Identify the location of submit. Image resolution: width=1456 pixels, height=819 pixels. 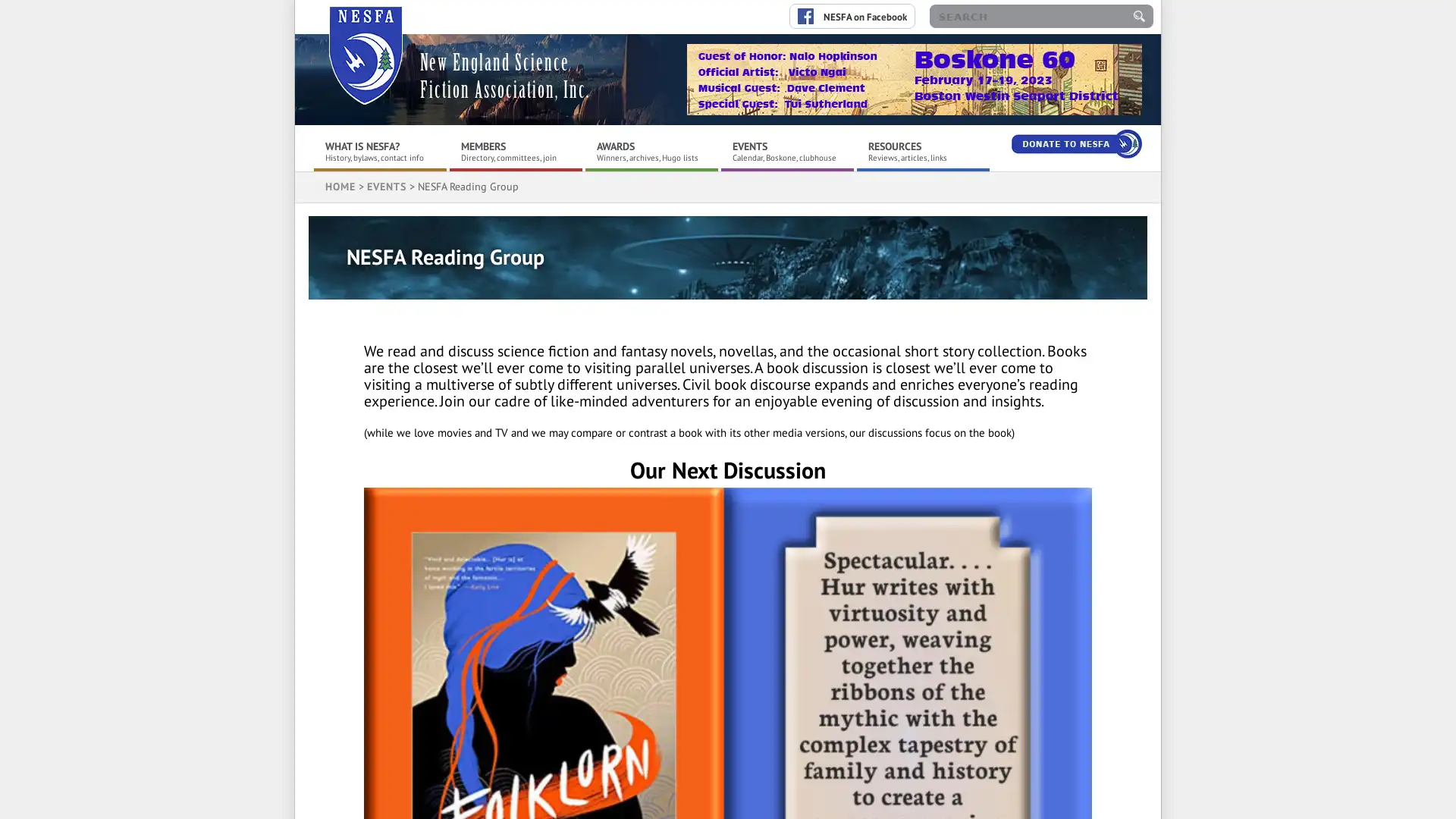
(1139, 16).